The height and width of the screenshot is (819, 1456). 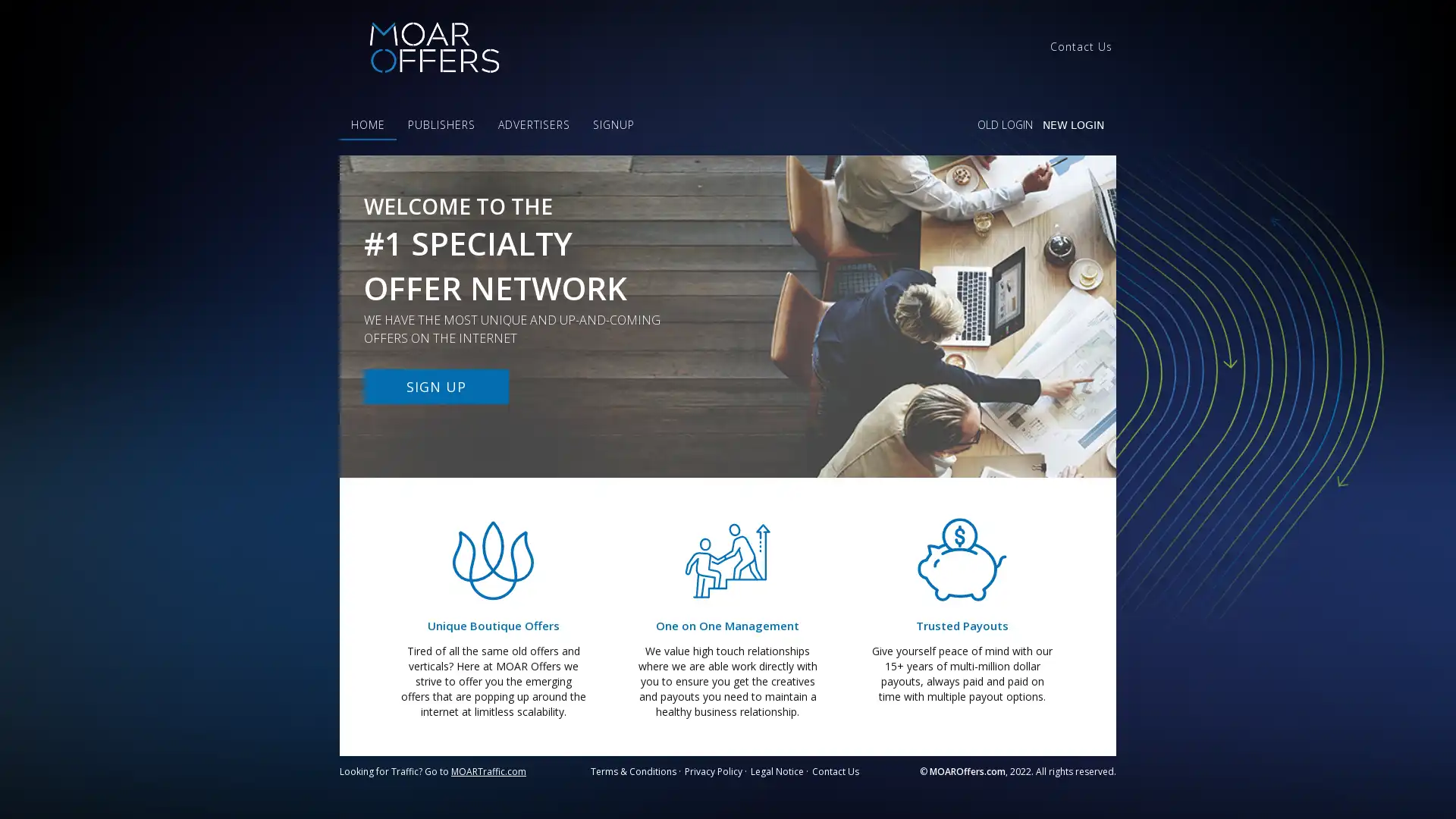 What do you see at coordinates (1072, 124) in the screenshot?
I see `NEW LOGIN` at bounding box center [1072, 124].